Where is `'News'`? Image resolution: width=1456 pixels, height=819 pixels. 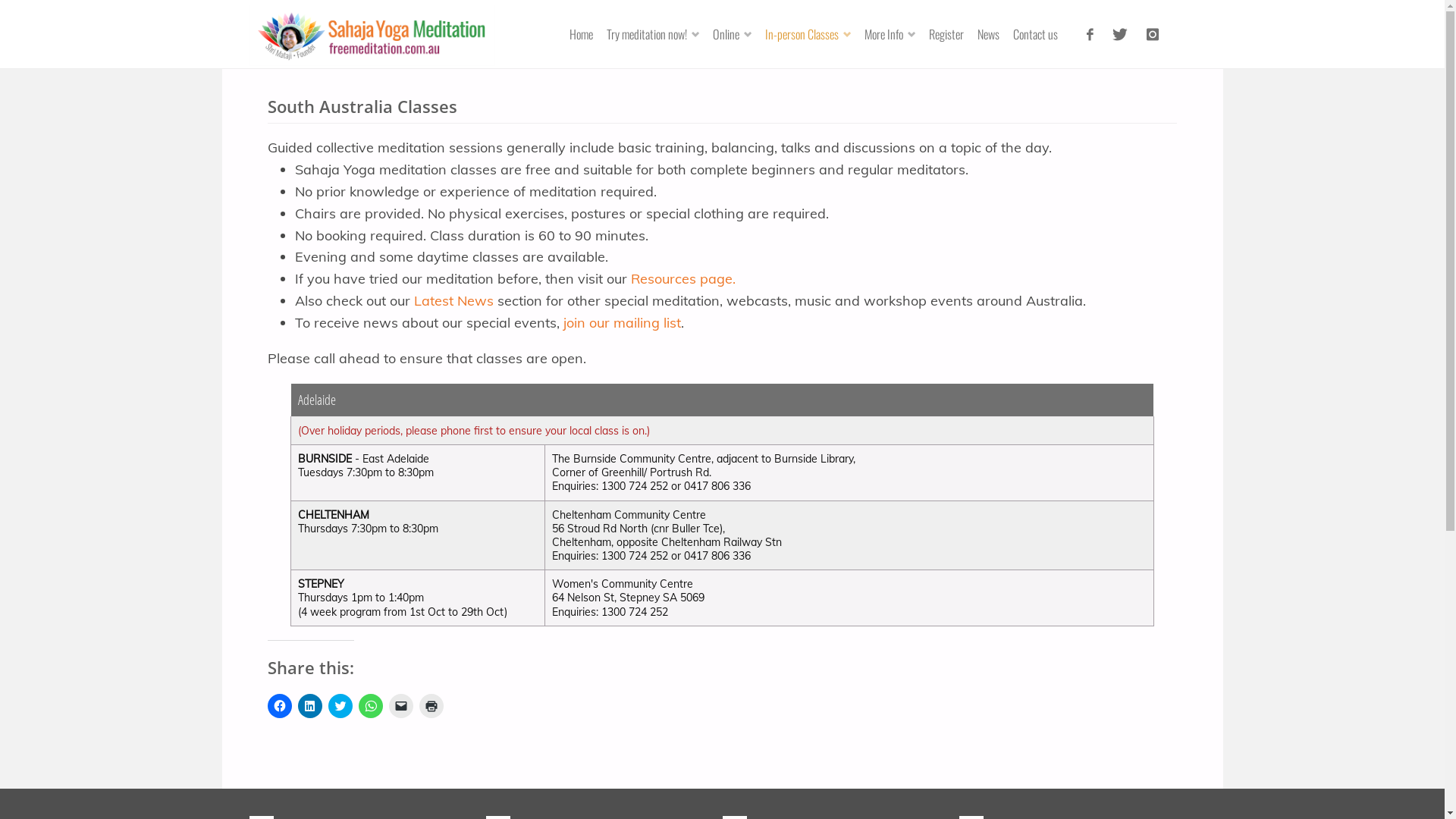 'News' is located at coordinates (993, 34).